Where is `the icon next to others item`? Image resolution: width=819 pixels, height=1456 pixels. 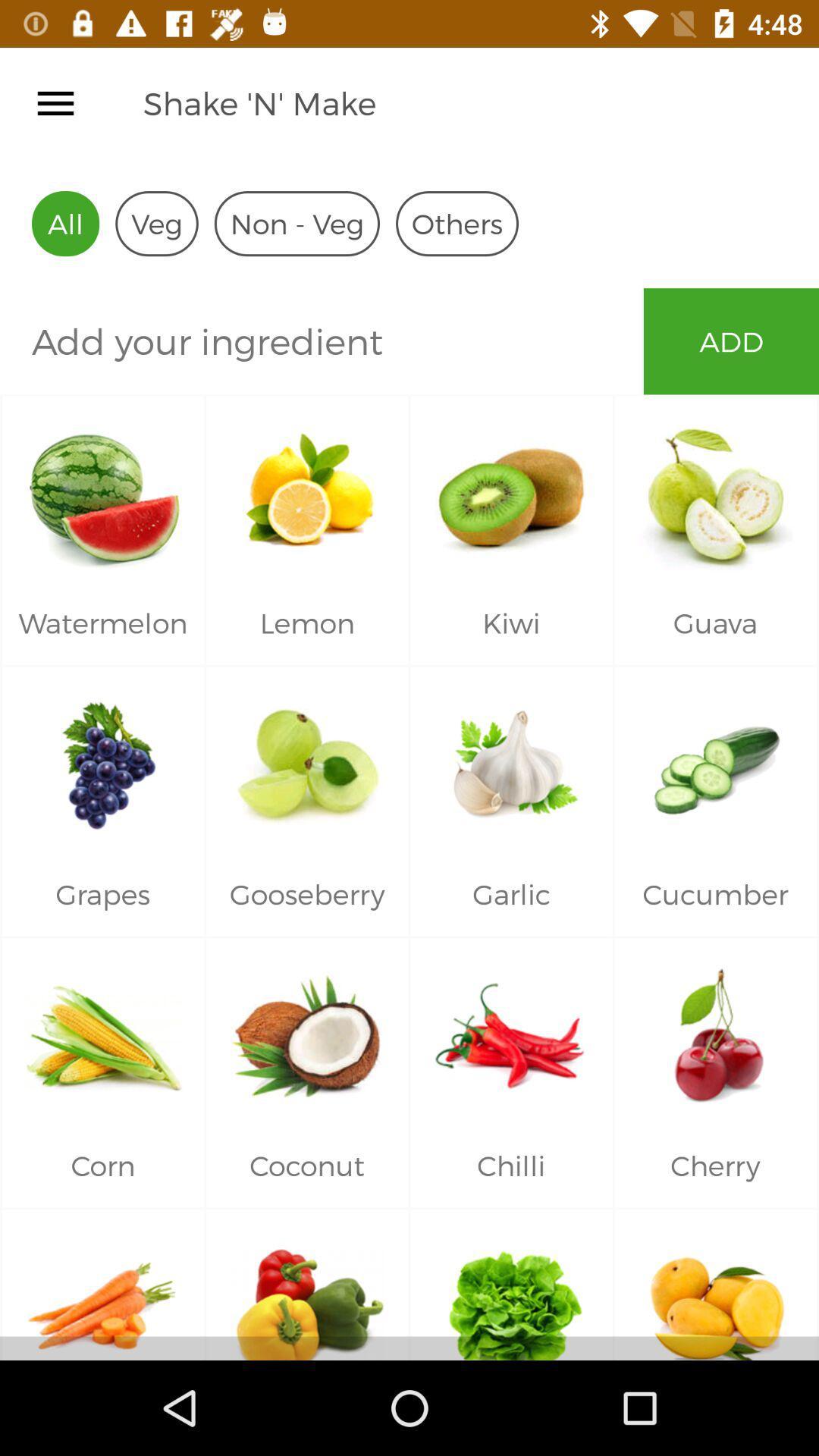 the icon next to others item is located at coordinates (297, 223).